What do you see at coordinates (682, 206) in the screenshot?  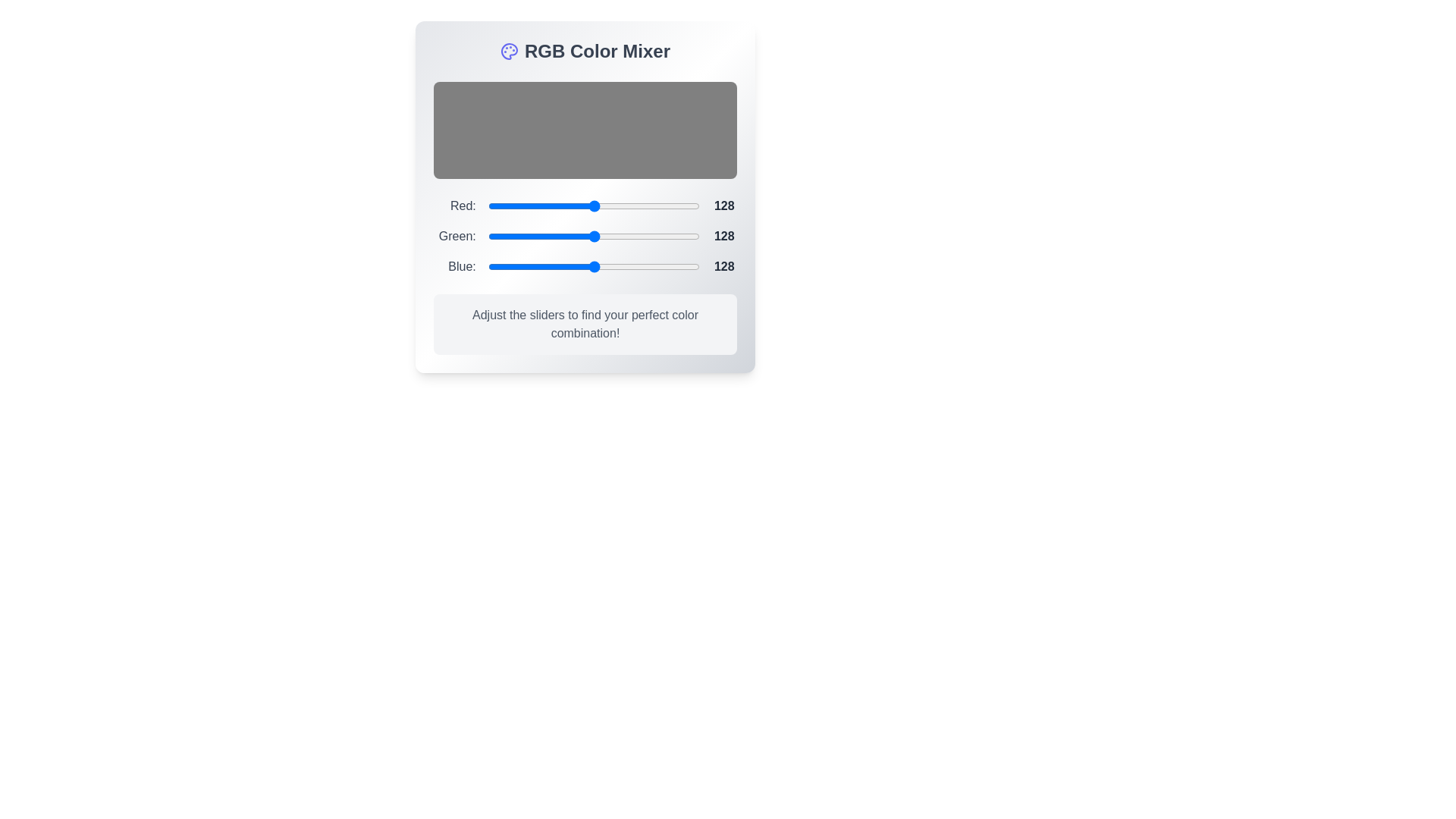 I see `the 0 slider to a value of 215` at bounding box center [682, 206].